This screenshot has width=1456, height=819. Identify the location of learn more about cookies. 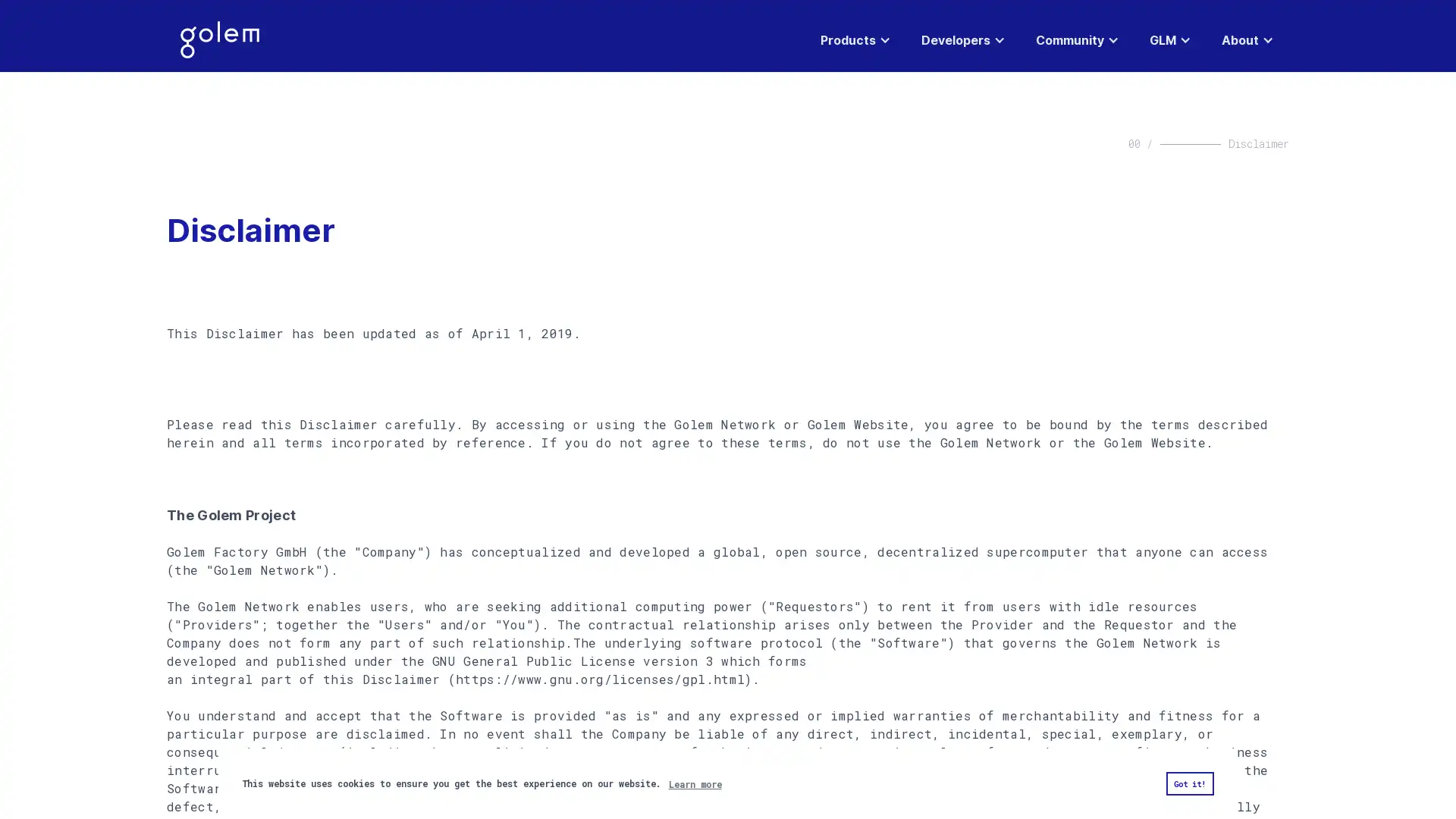
(694, 783).